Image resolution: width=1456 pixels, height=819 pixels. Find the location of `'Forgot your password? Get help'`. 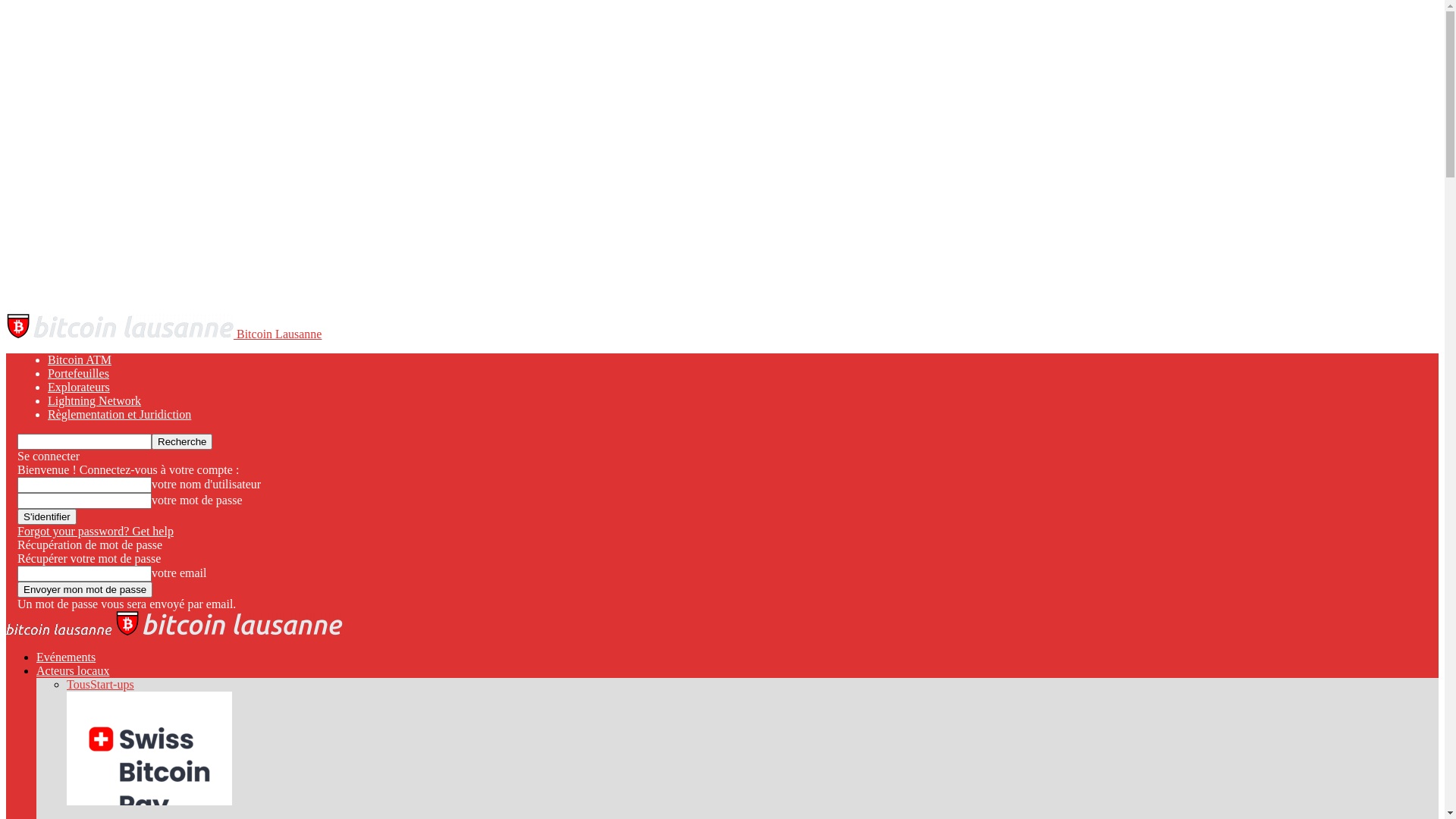

'Forgot your password? Get help' is located at coordinates (17, 530).